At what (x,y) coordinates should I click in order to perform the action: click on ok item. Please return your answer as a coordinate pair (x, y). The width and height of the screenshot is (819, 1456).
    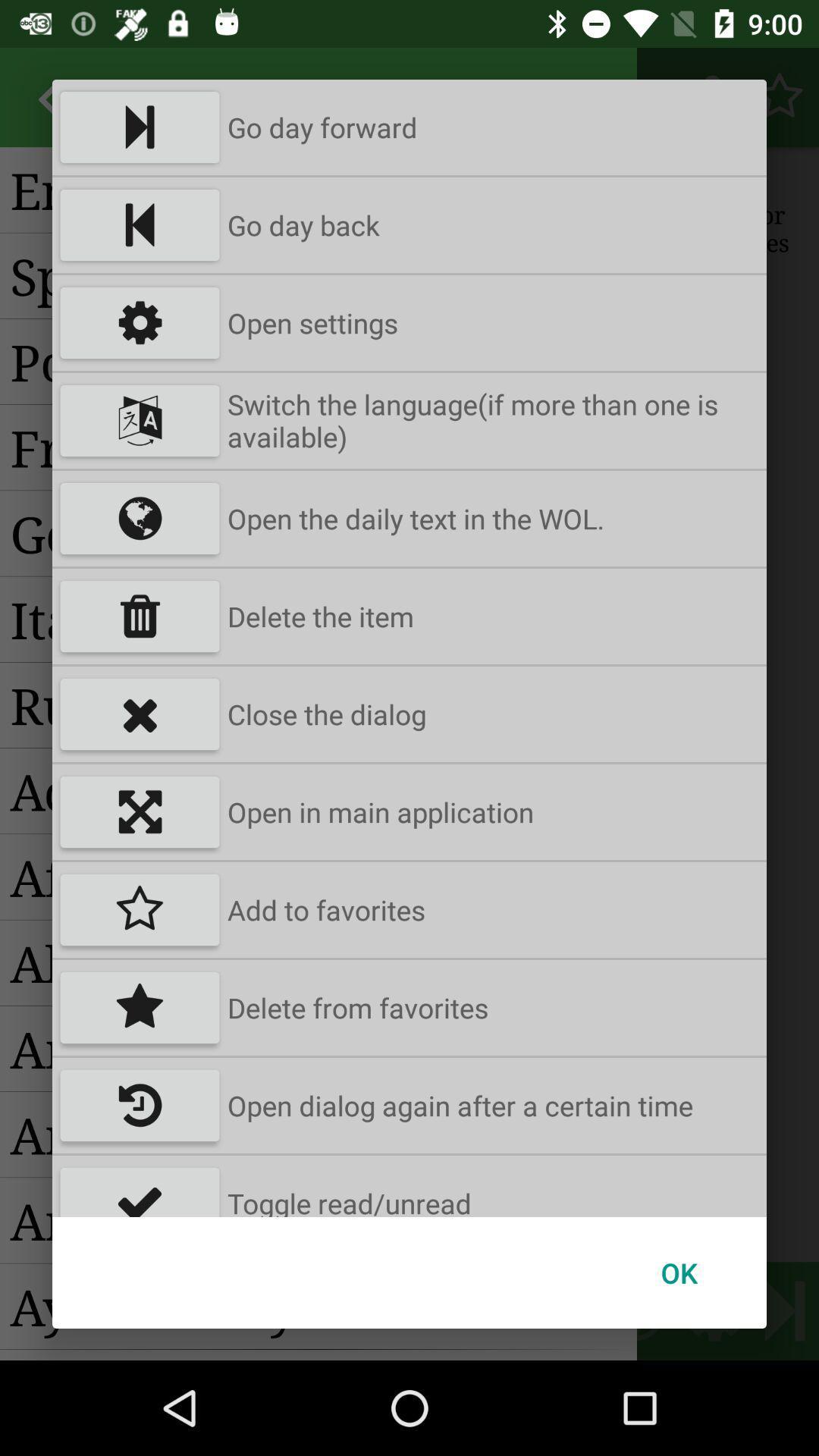
    Looking at the image, I should click on (678, 1272).